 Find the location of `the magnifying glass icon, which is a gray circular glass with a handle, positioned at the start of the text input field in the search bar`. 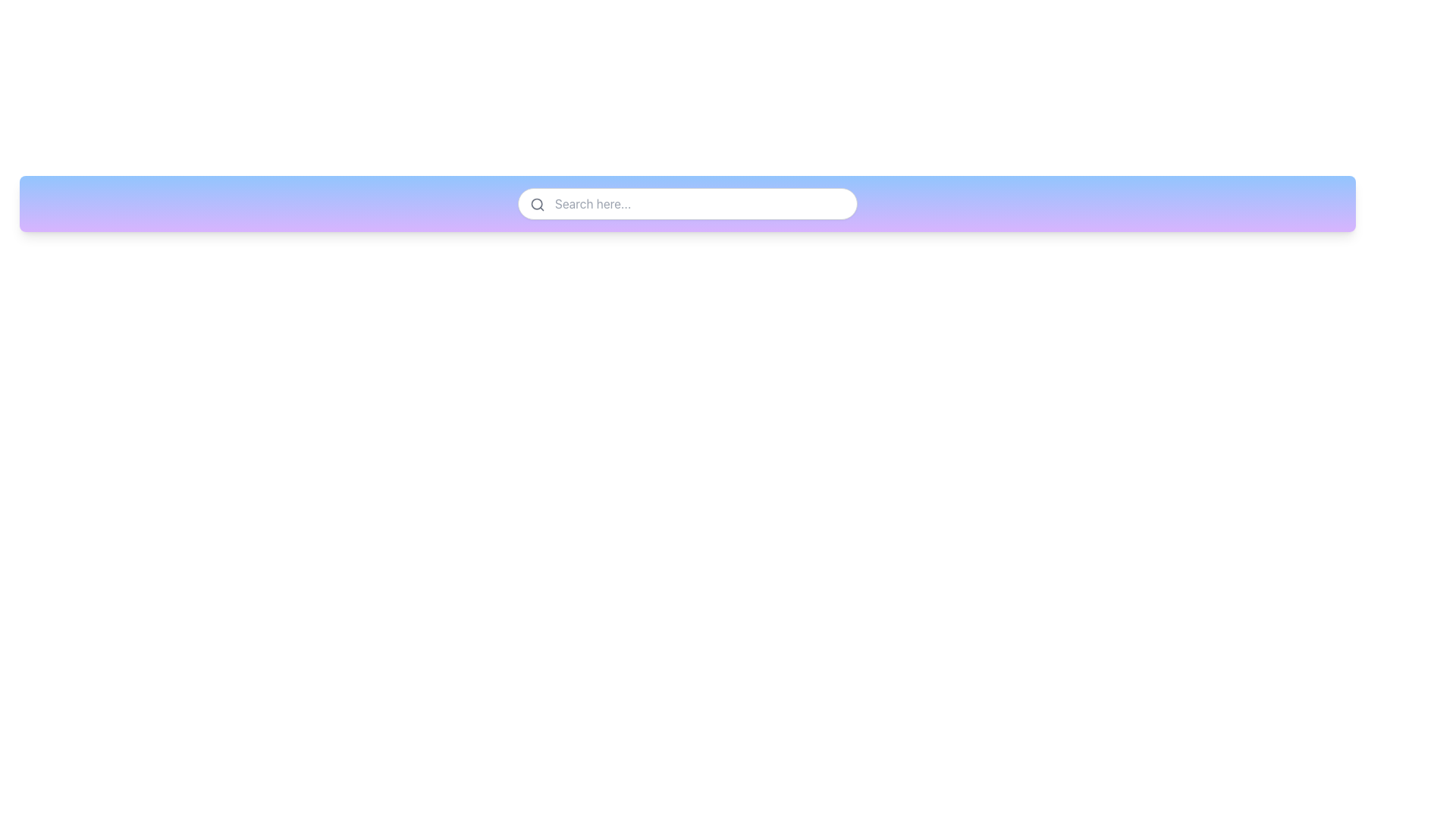

the magnifying glass icon, which is a gray circular glass with a handle, positioned at the start of the text input field in the search bar is located at coordinates (538, 205).